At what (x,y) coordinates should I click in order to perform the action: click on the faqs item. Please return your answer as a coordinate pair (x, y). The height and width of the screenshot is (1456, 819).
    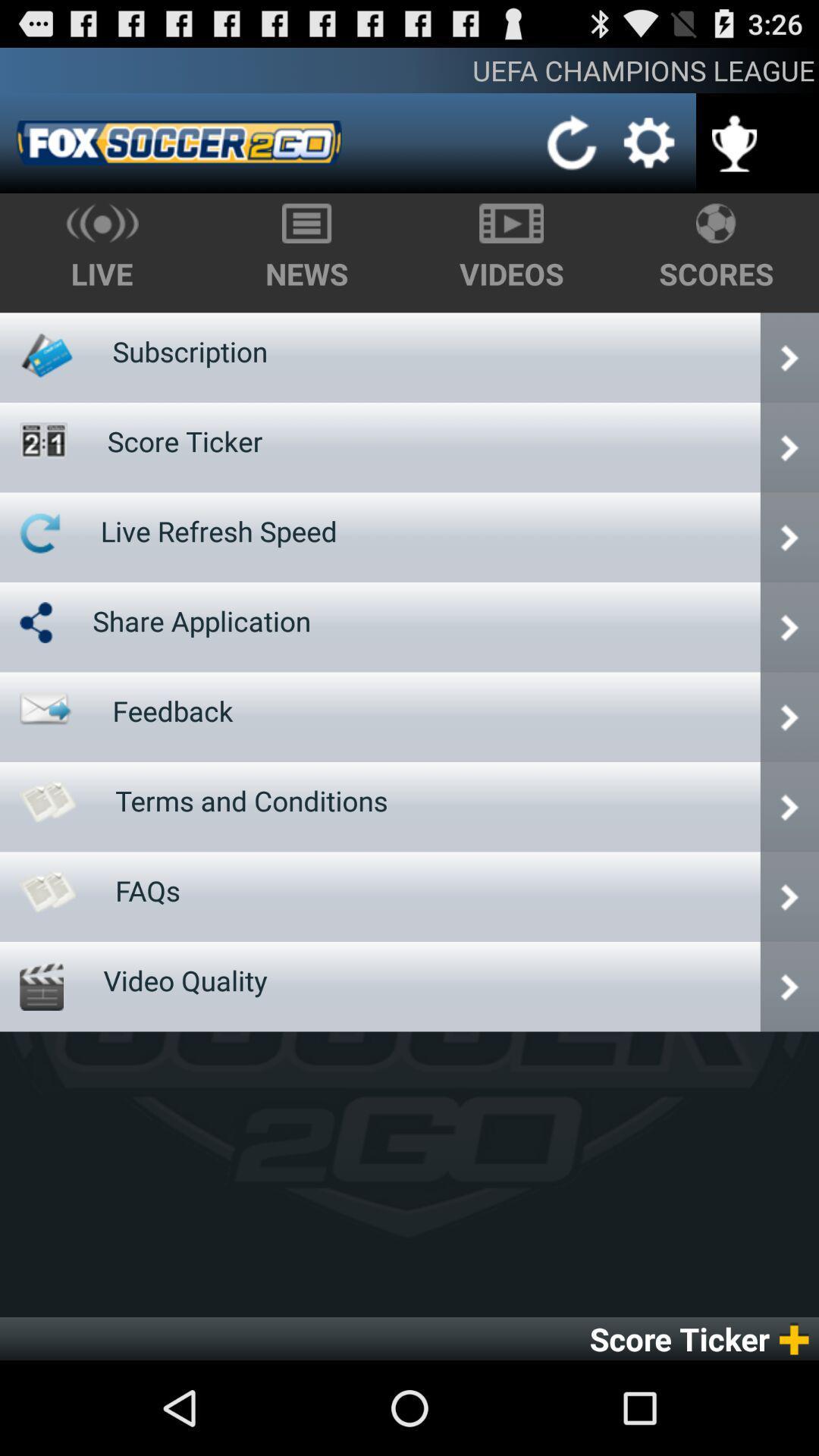
    Looking at the image, I should click on (148, 890).